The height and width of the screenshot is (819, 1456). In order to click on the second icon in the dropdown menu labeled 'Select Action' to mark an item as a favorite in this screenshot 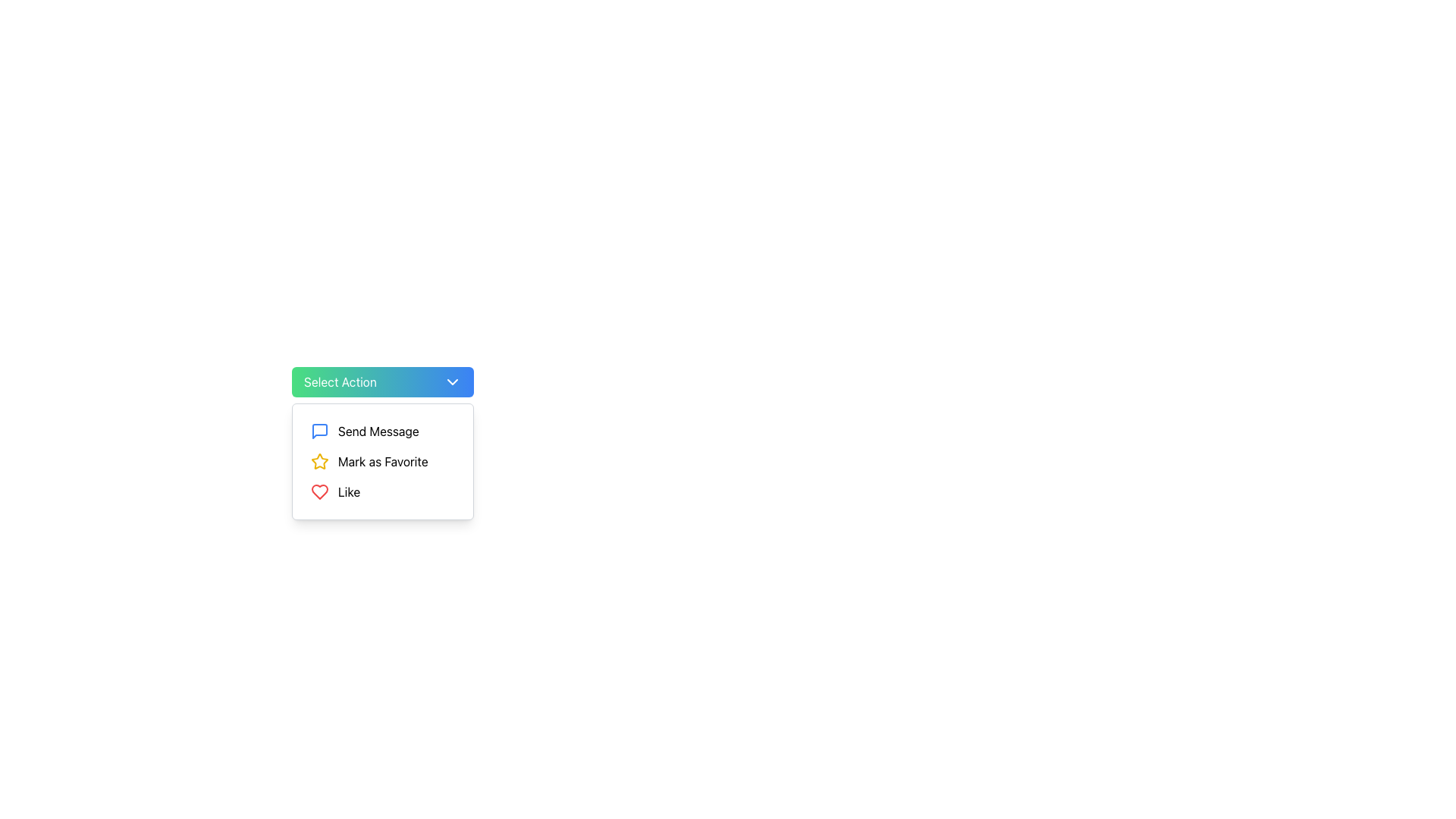, I will do `click(319, 460)`.